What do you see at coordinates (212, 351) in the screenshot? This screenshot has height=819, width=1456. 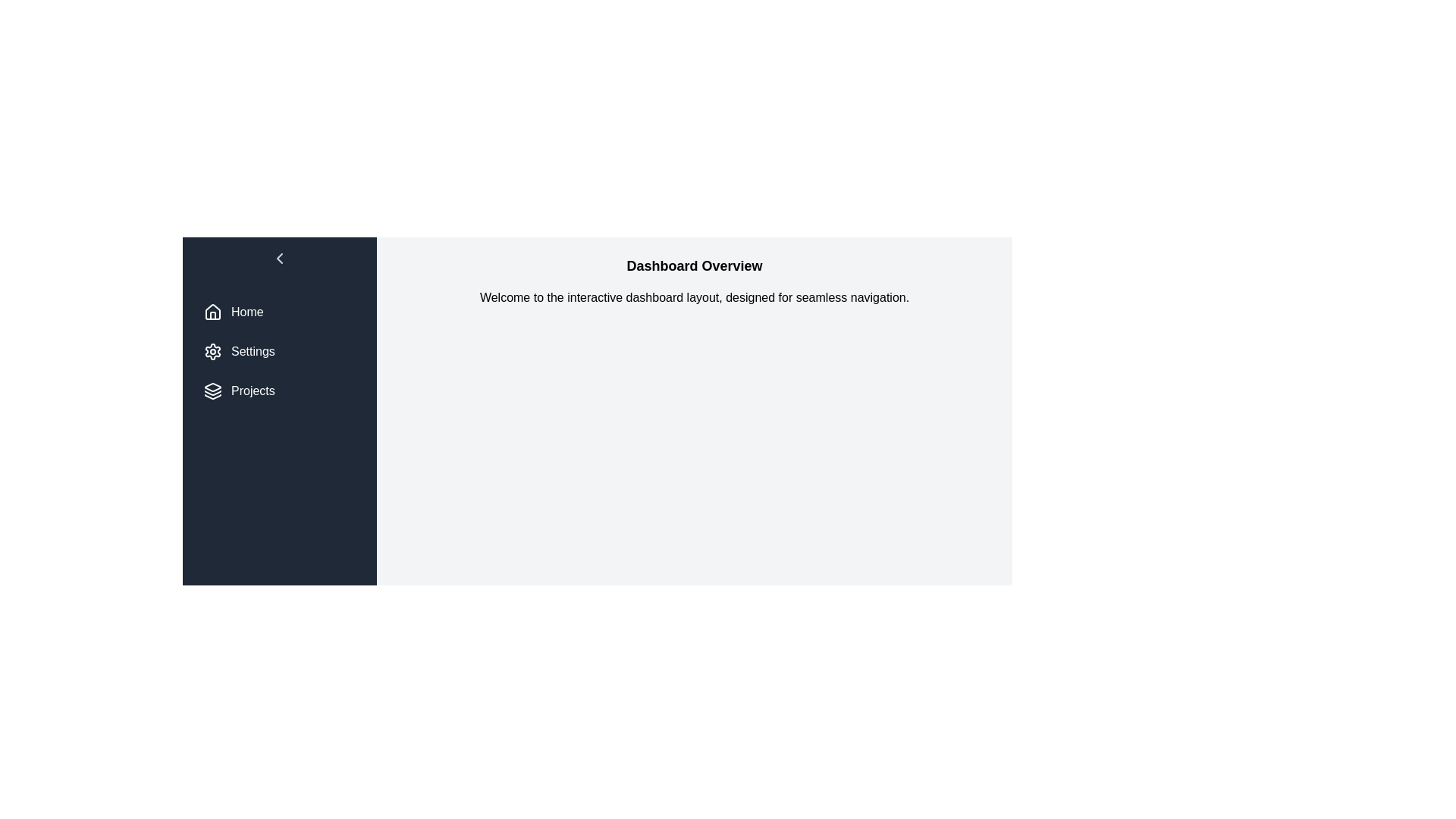 I see `the gear-shaped settings icon represented by white lines on a dark background located in the sidebar beneath the 'Home' icon` at bounding box center [212, 351].